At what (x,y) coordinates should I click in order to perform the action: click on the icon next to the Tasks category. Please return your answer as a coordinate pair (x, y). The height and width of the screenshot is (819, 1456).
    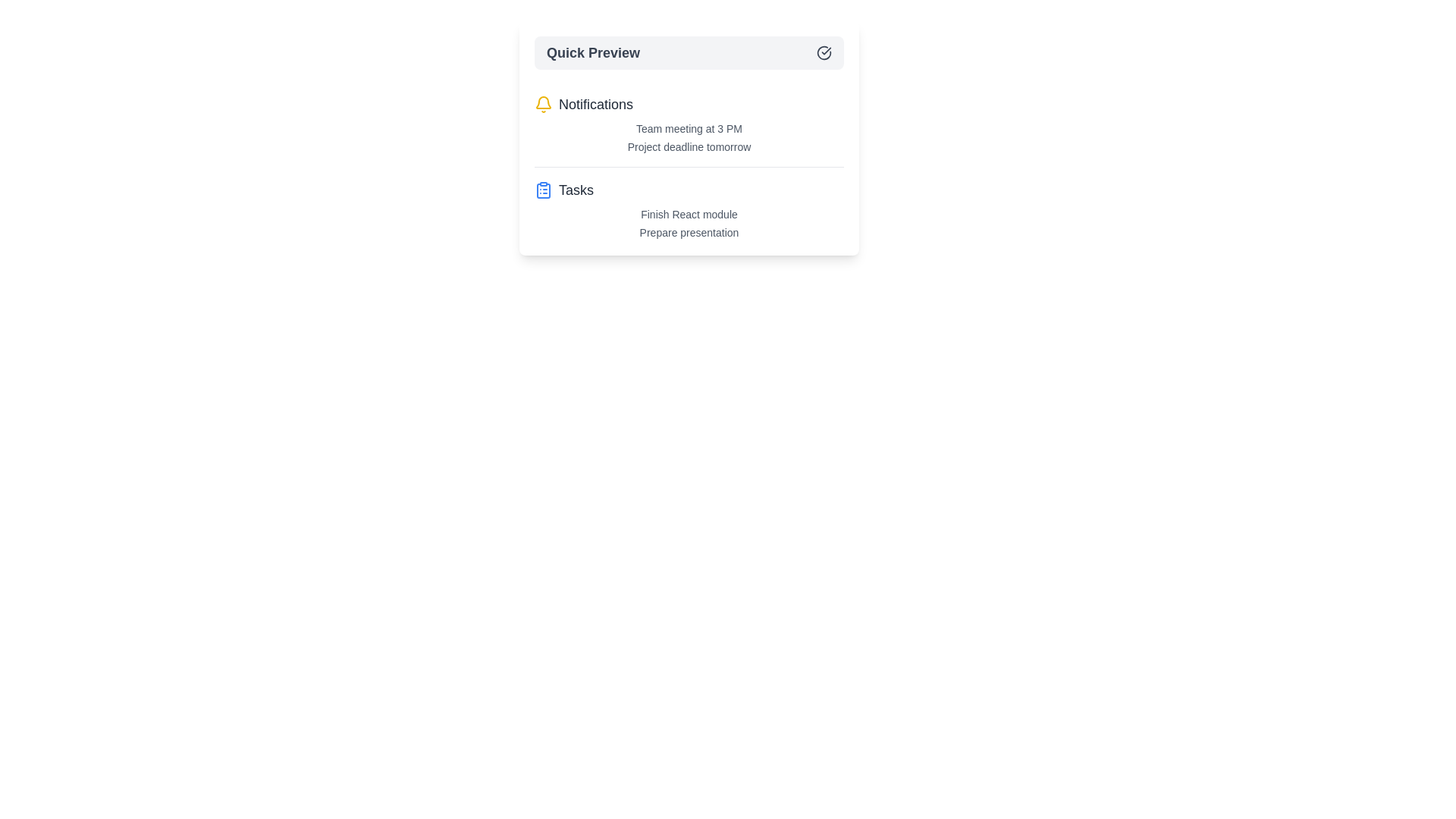
    Looking at the image, I should click on (543, 189).